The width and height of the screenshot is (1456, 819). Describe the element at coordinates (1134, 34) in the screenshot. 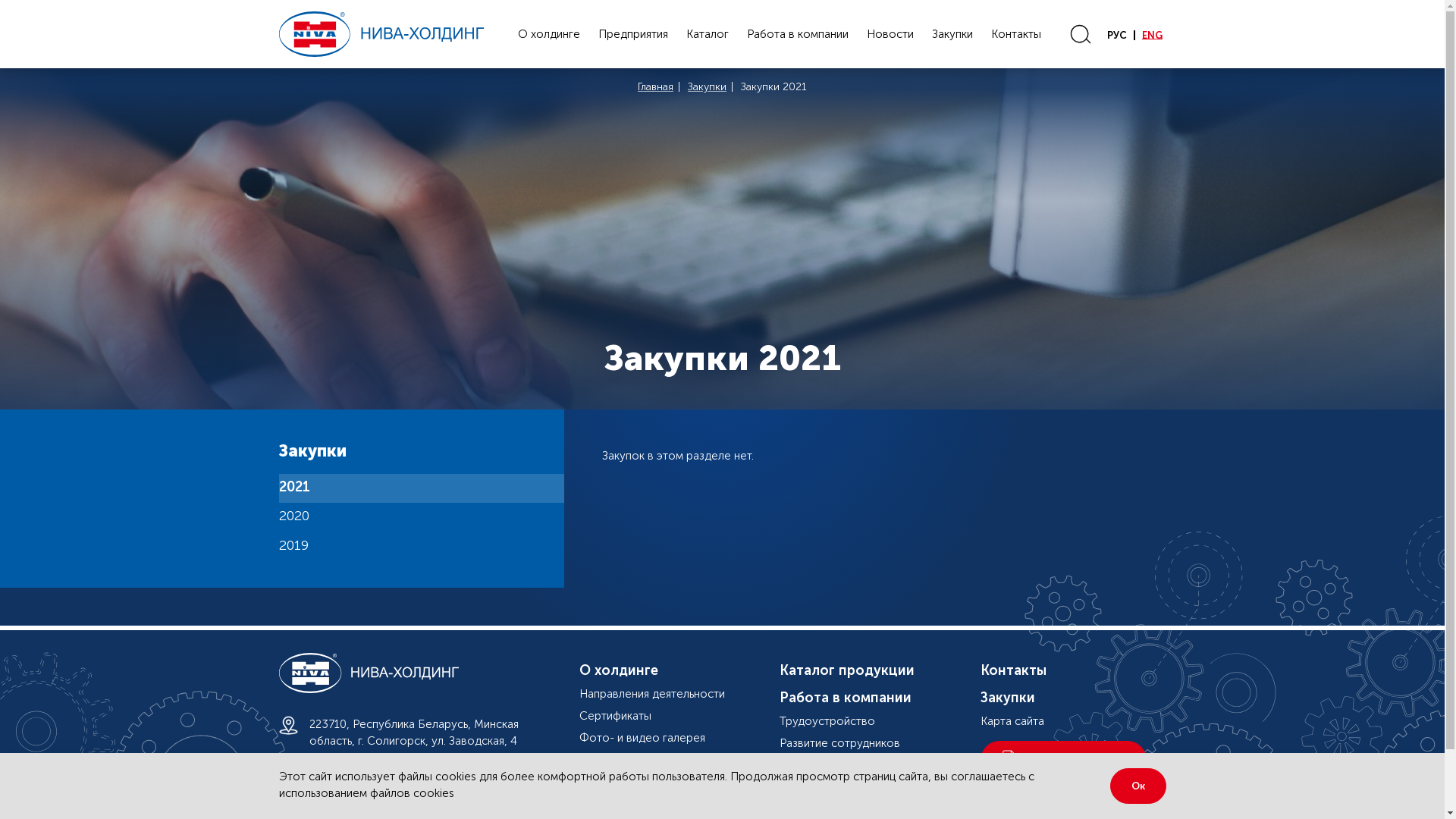

I see `'ENG'` at that location.